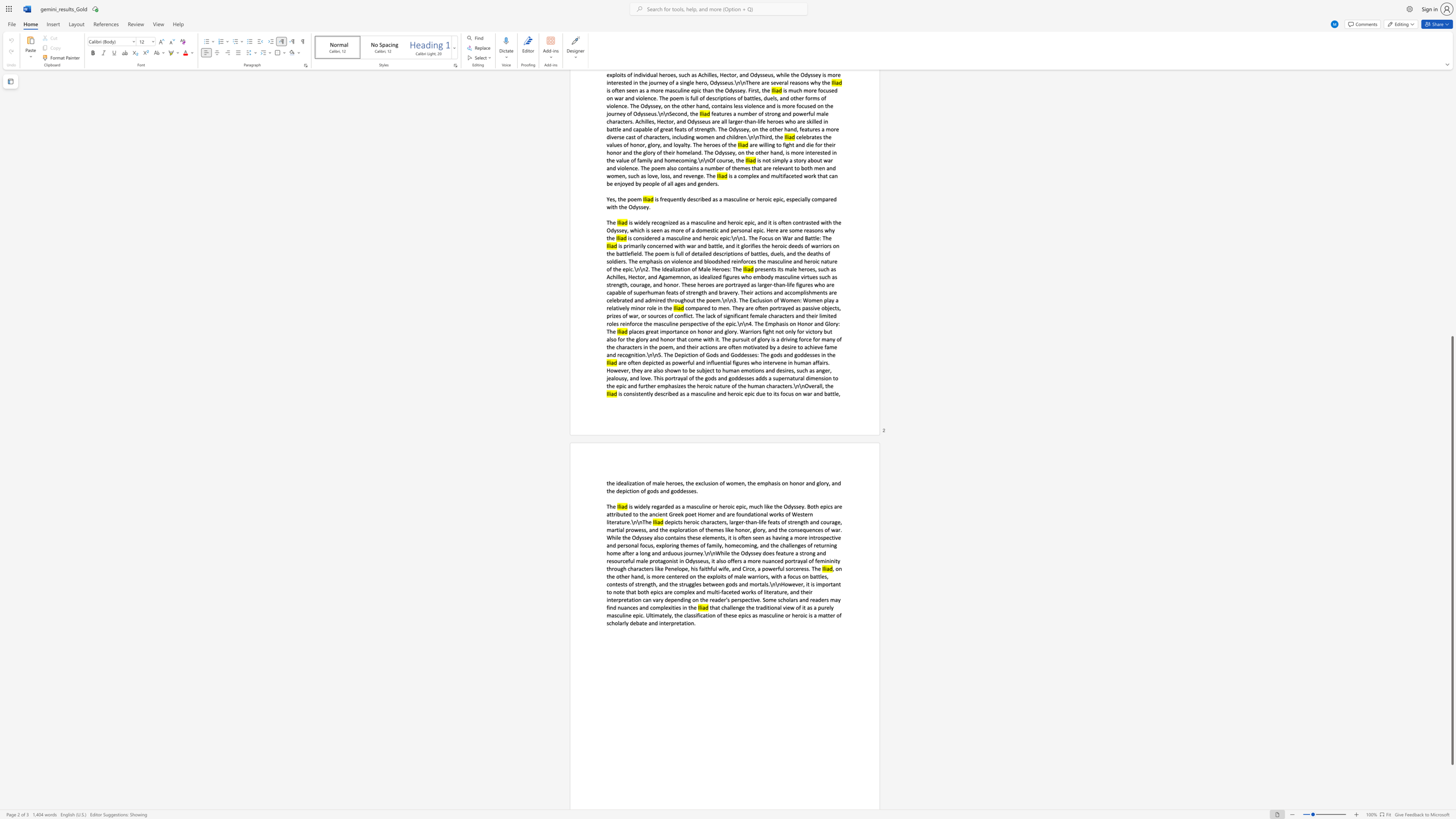  What do you see at coordinates (1451, 117) in the screenshot?
I see `the scrollbar to move the page up` at bounding box center [1451, 117].